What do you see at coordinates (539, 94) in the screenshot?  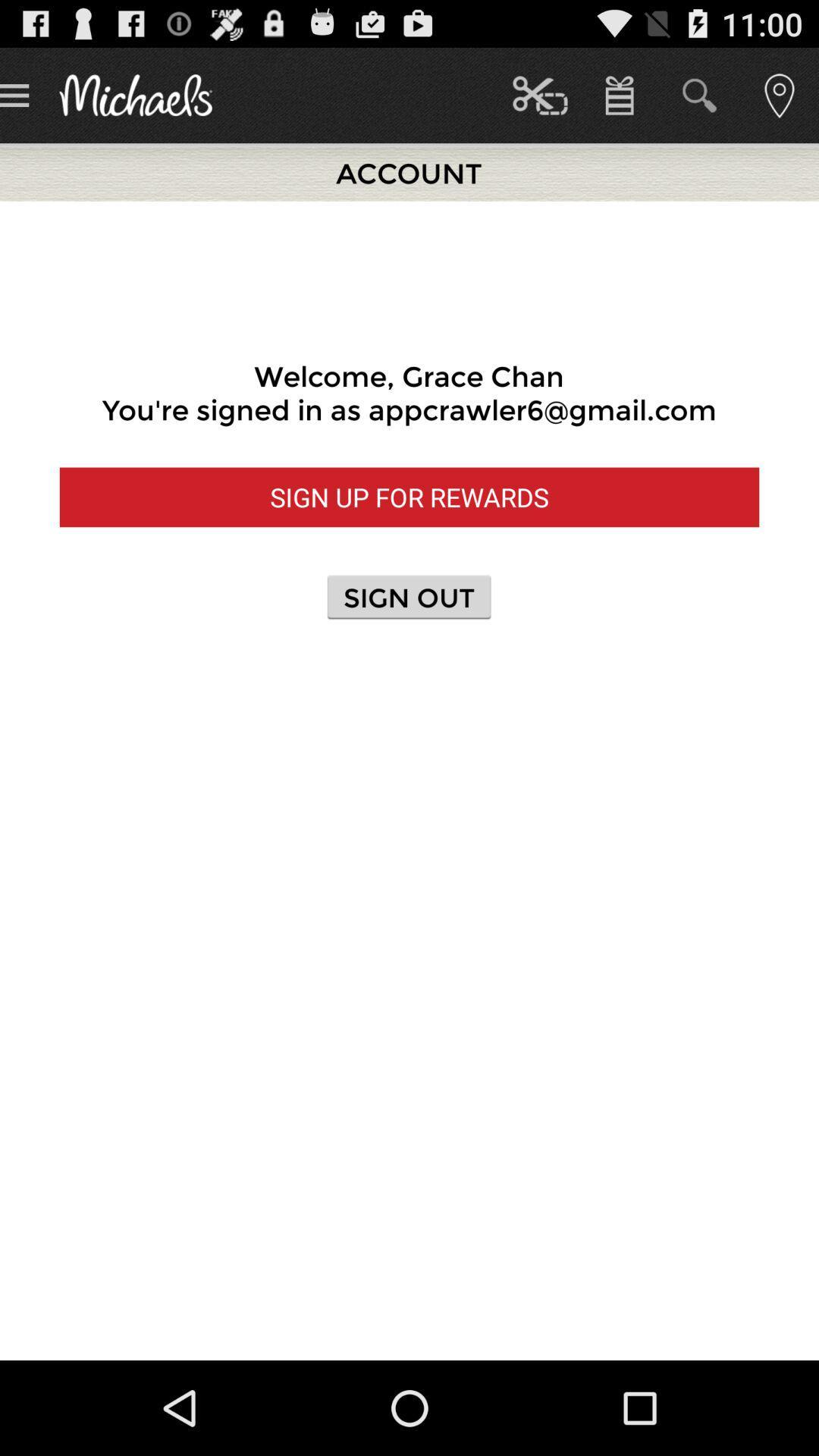 I see `the app to the right of the account icon` at bounding box center [539, 94].